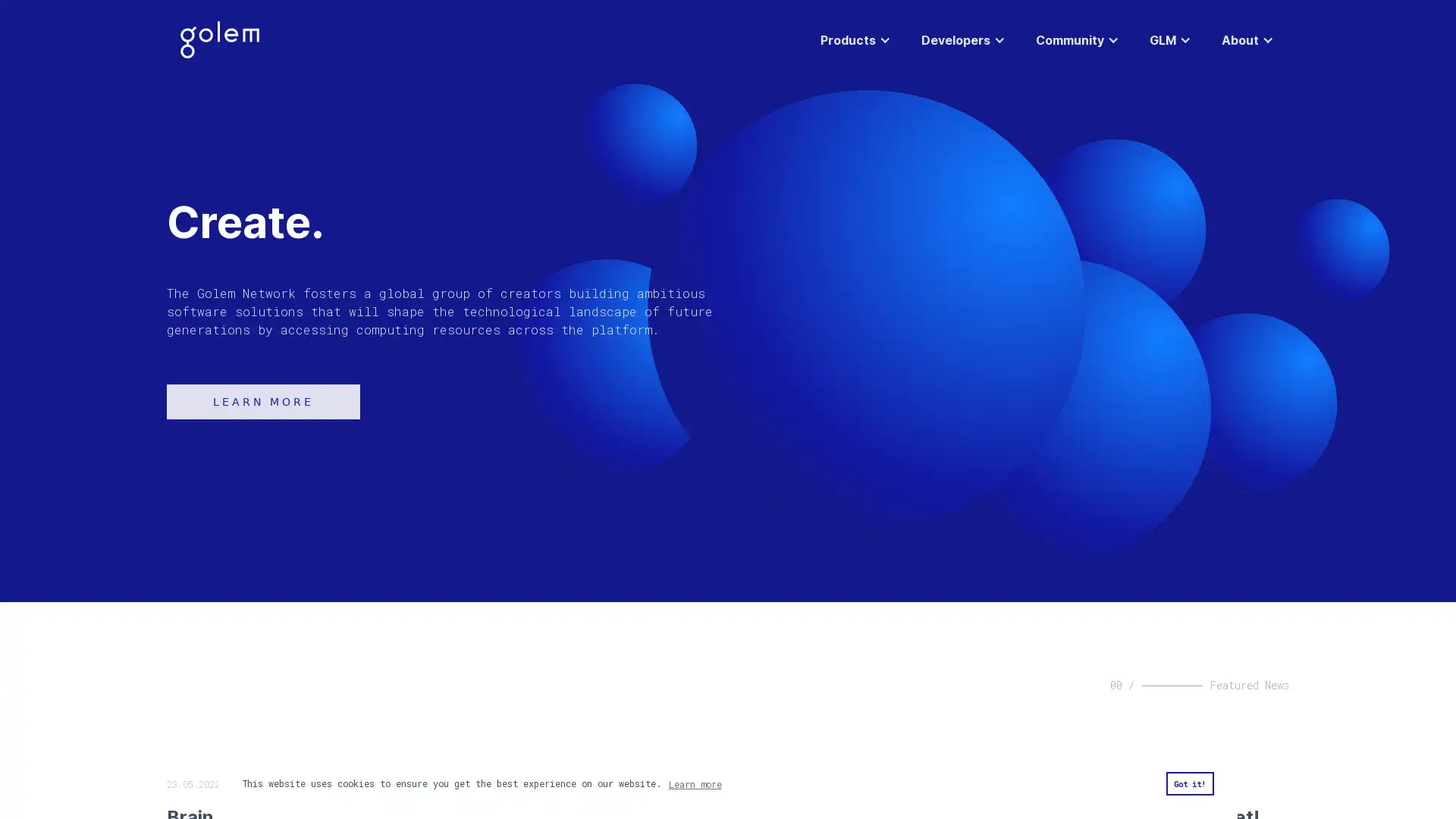  Describe the element at coordinates (694, 783) in the screenshot. I see `learn more about cookies` at that location.